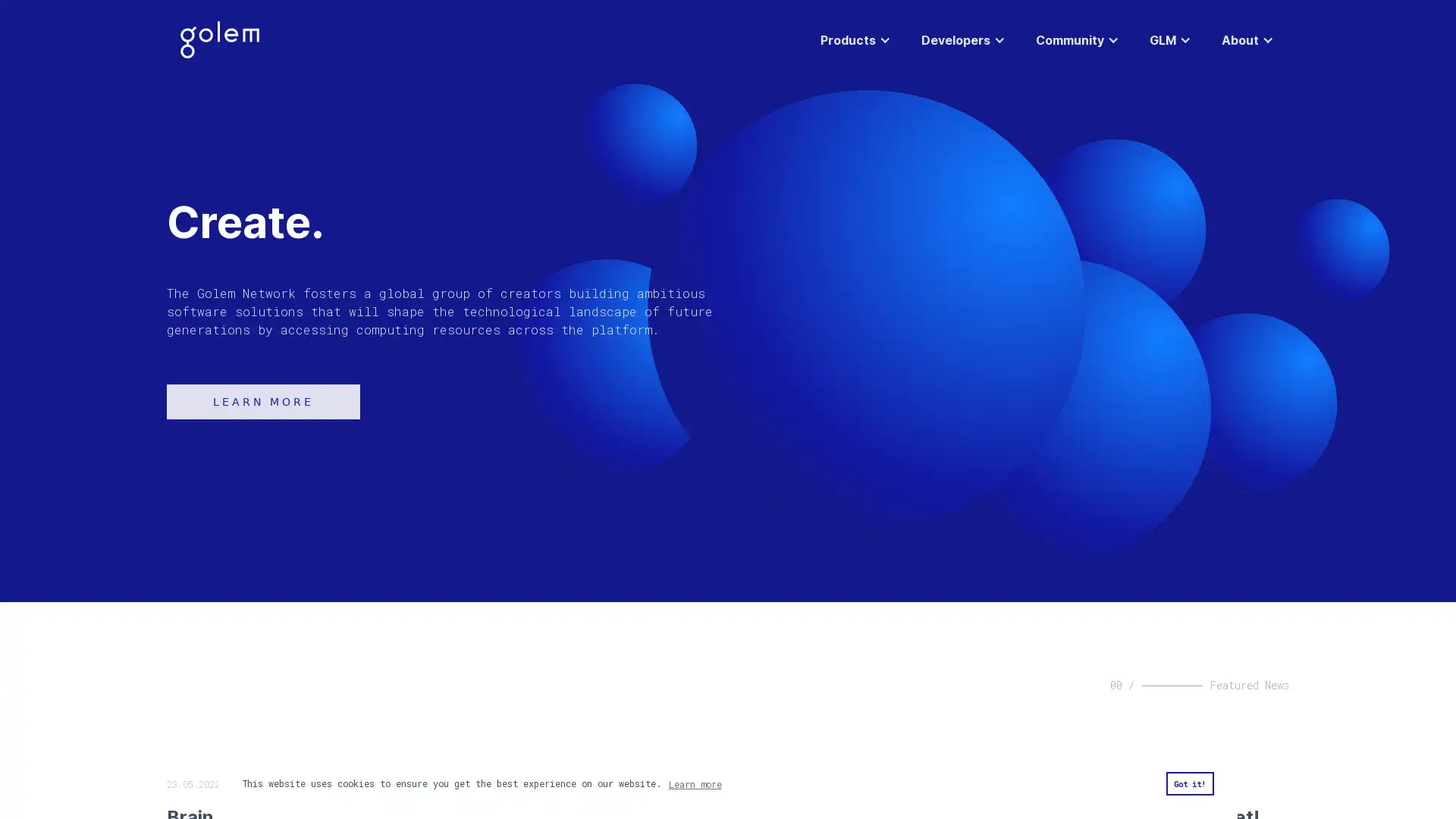  Describe the element at coordinates (694, 783) in the screenshot. I see `learn more about cookies` at that location.